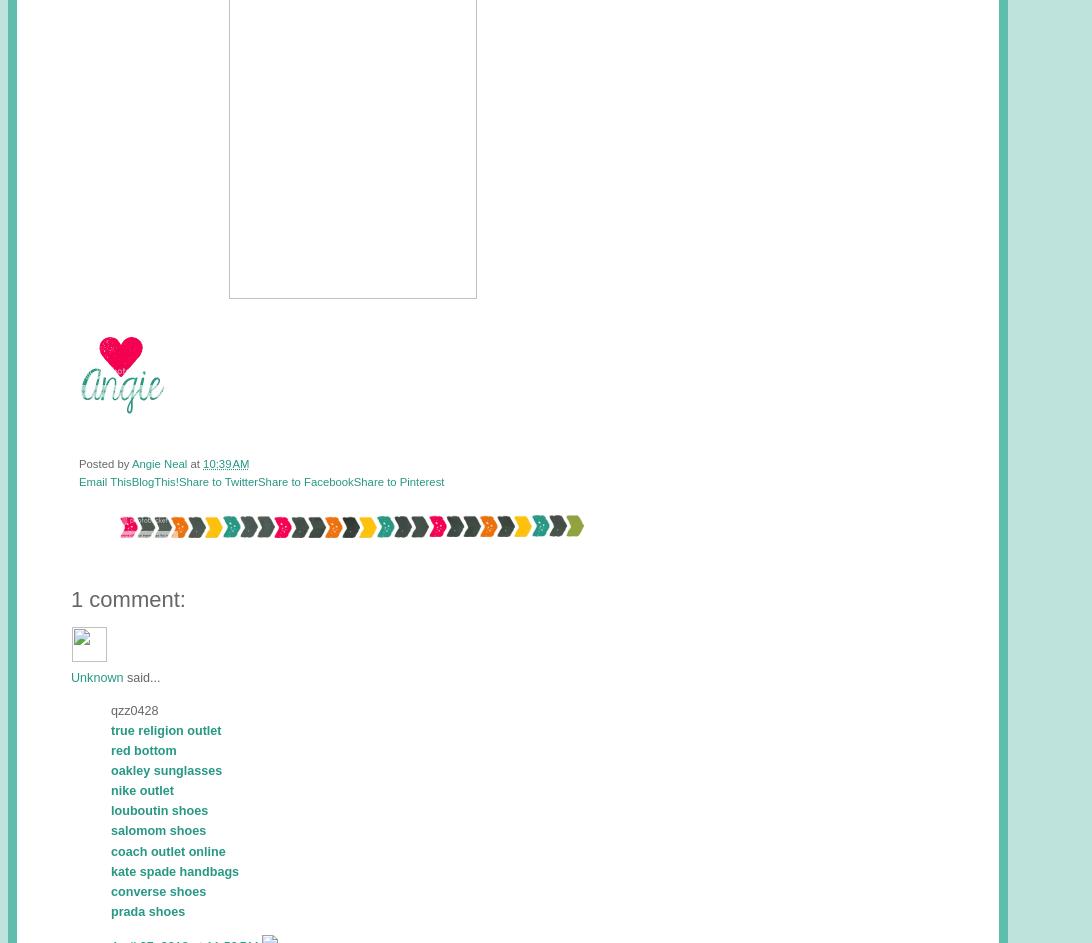 The image size is (1092, 943). What do you see at coordinates (127, 598) in the screenshot?
I see `'1 comment:'` at bounding box center [127, 598].